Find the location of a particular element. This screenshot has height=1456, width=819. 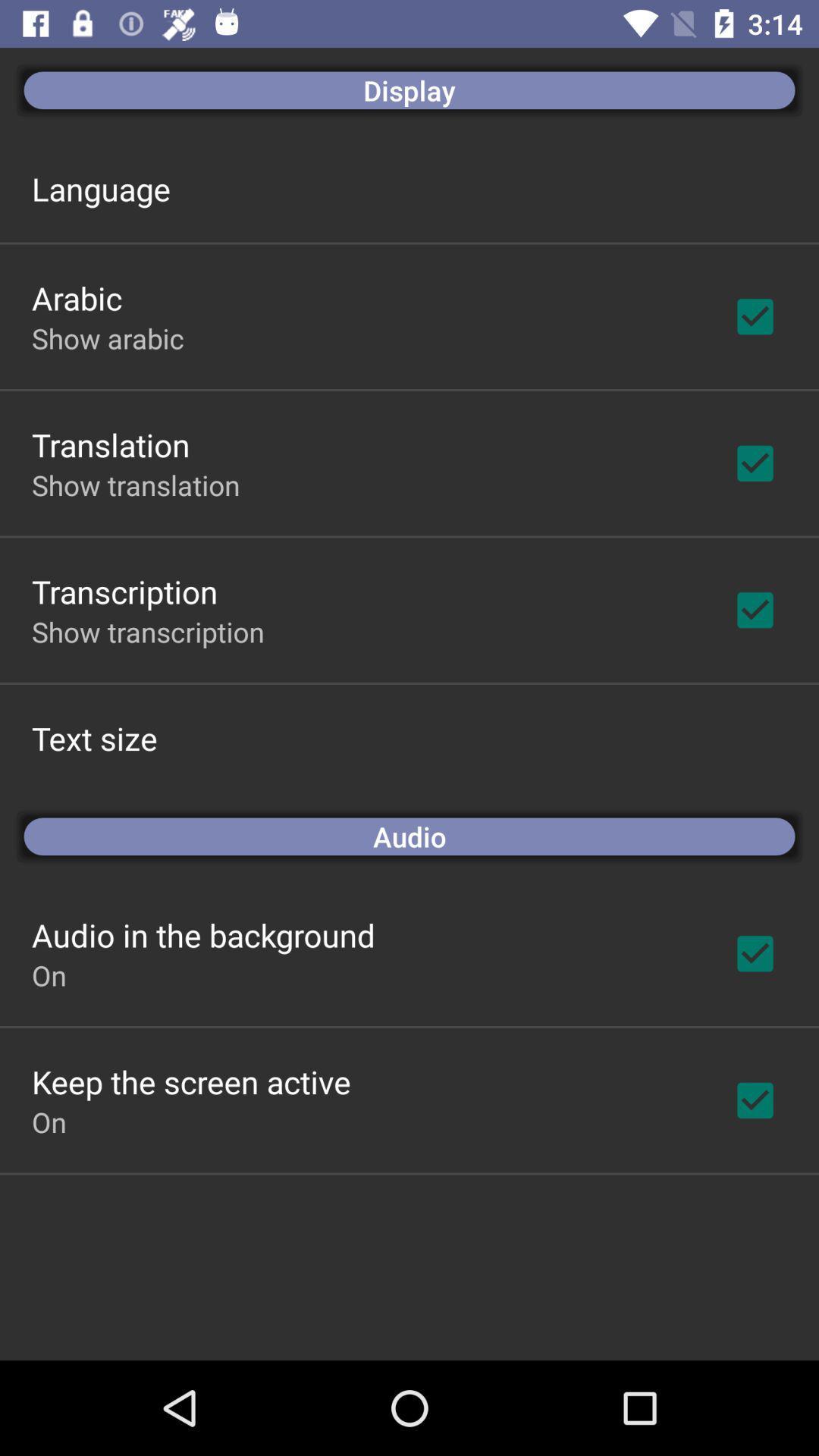

app above the transcription item is located at coordinates (135, 484).